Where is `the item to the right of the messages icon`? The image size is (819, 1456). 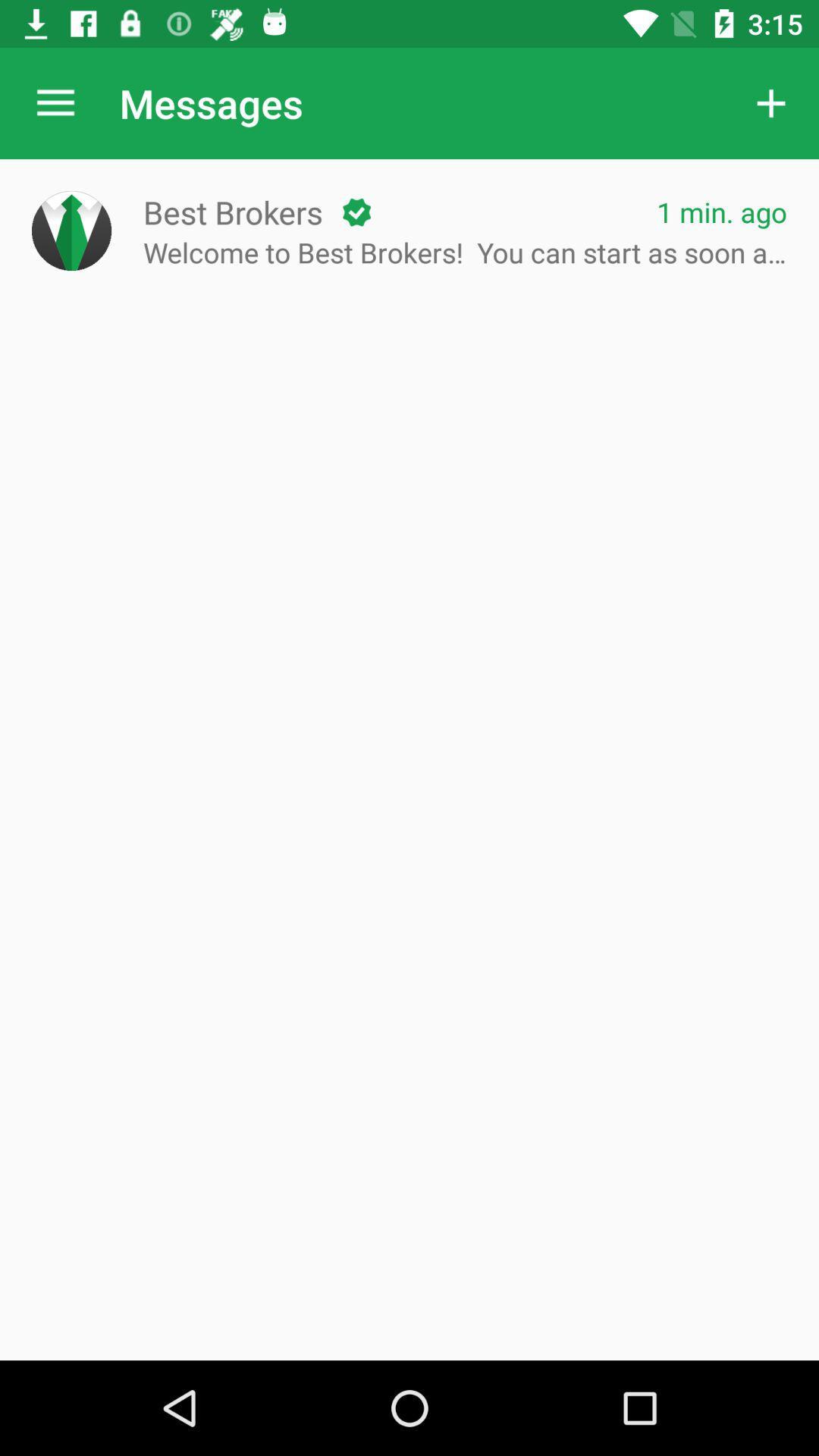
the item to the right of the messages icon is located at coordinates (771, 102).